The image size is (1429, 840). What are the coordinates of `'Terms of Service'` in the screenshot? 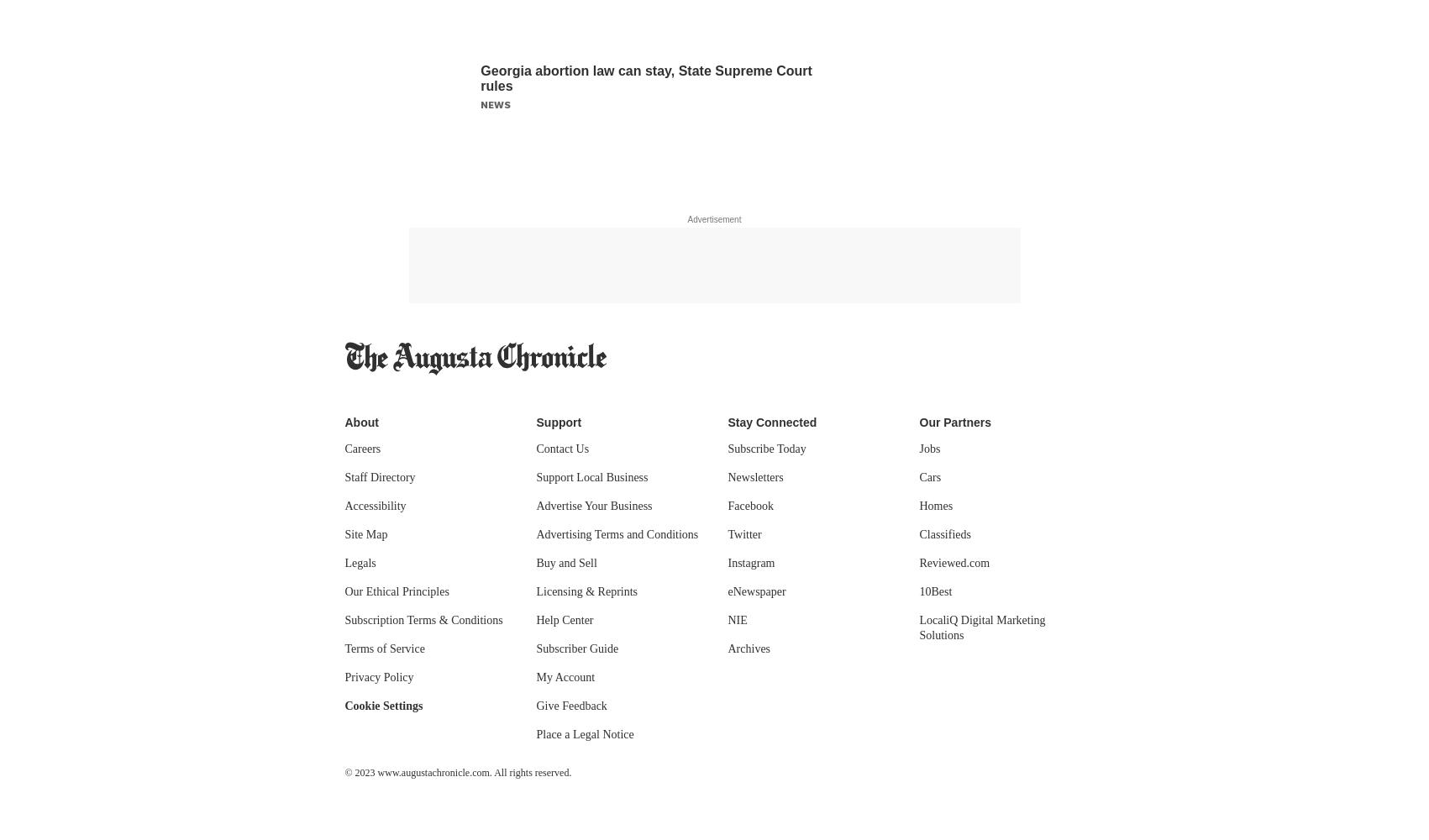 It's located at (383, 648).